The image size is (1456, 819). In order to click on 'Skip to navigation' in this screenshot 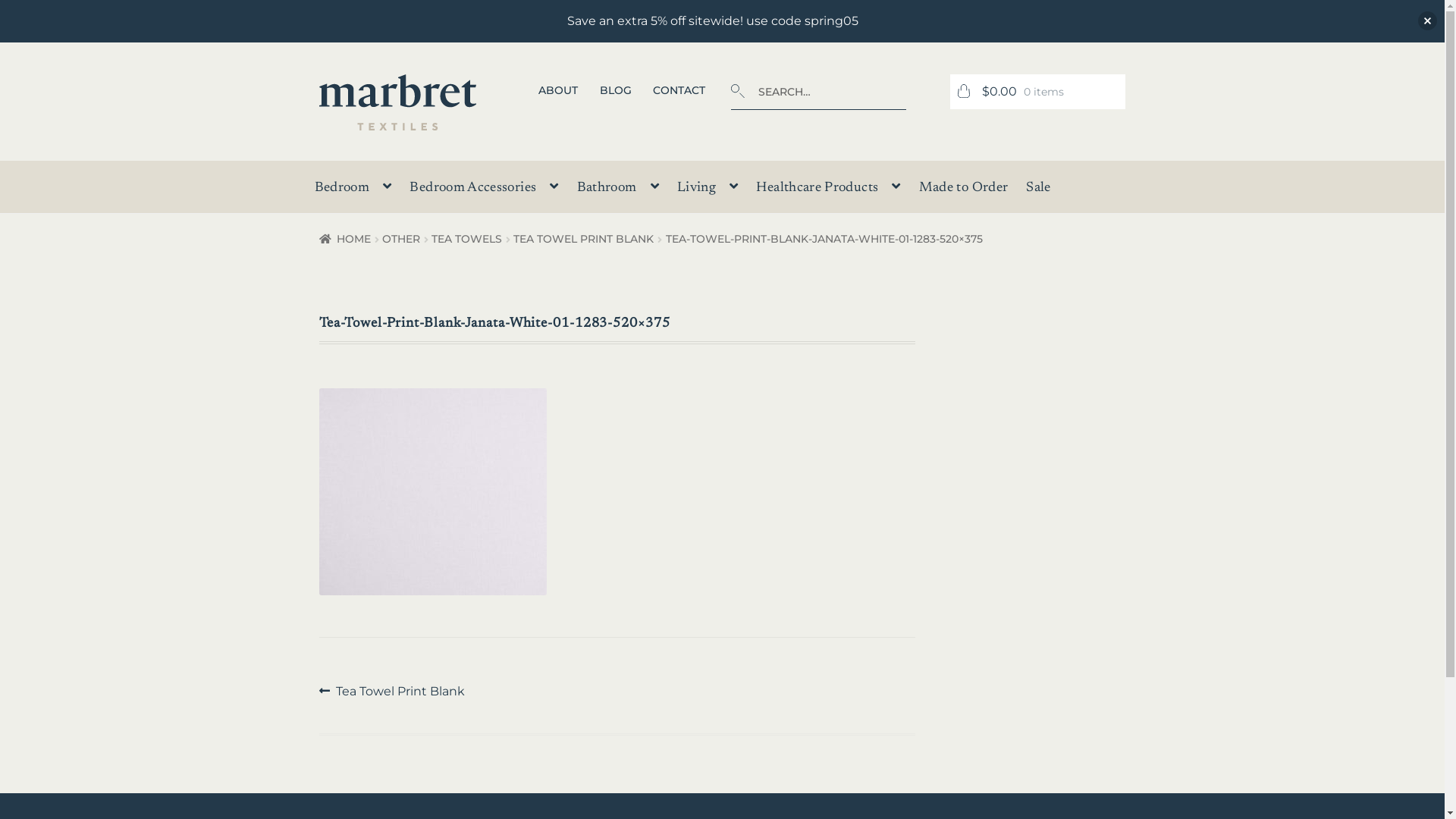, I will do `click(318, 74)`.